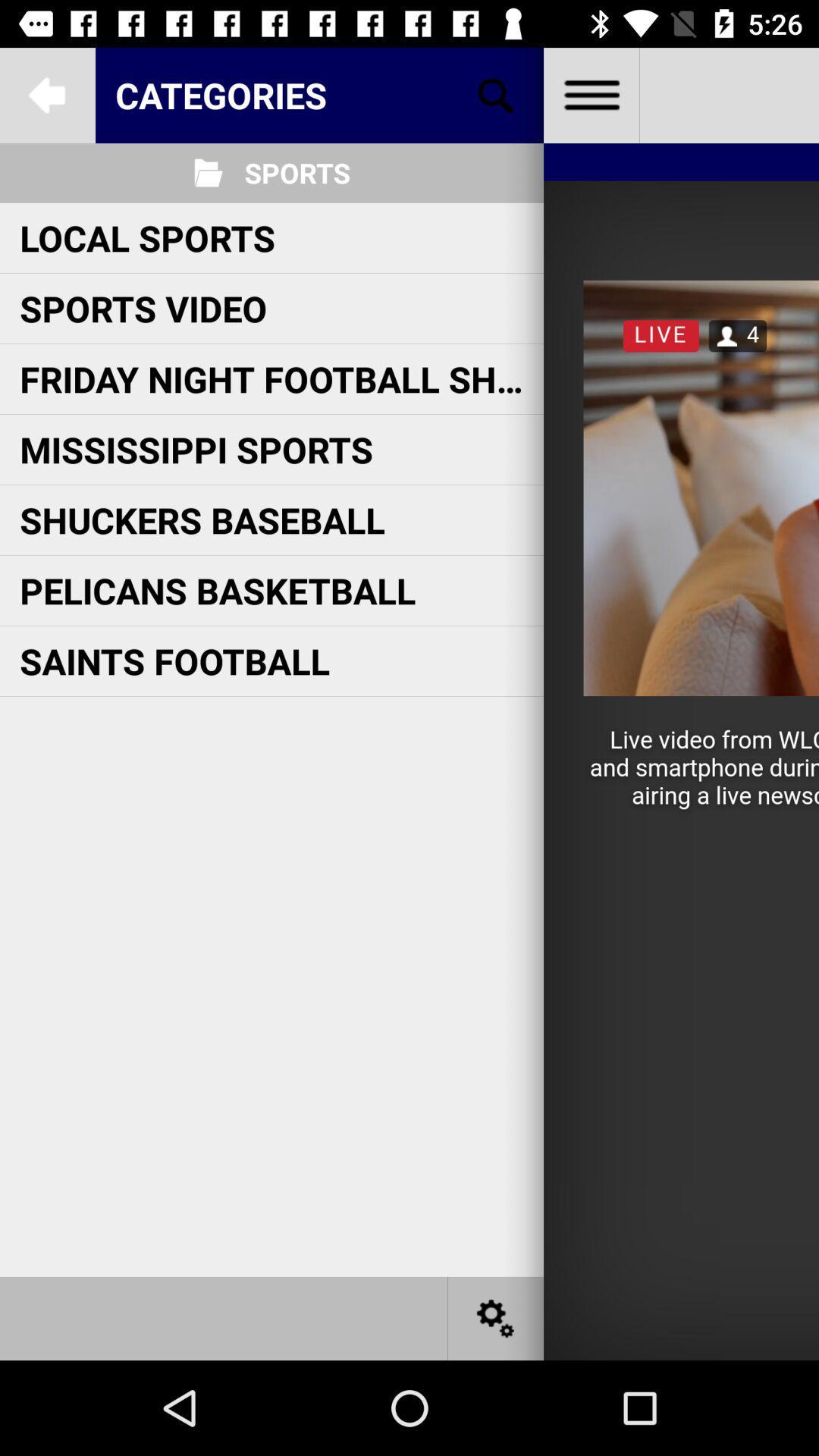  I want to click on the settings icon, so click(496, 1317).